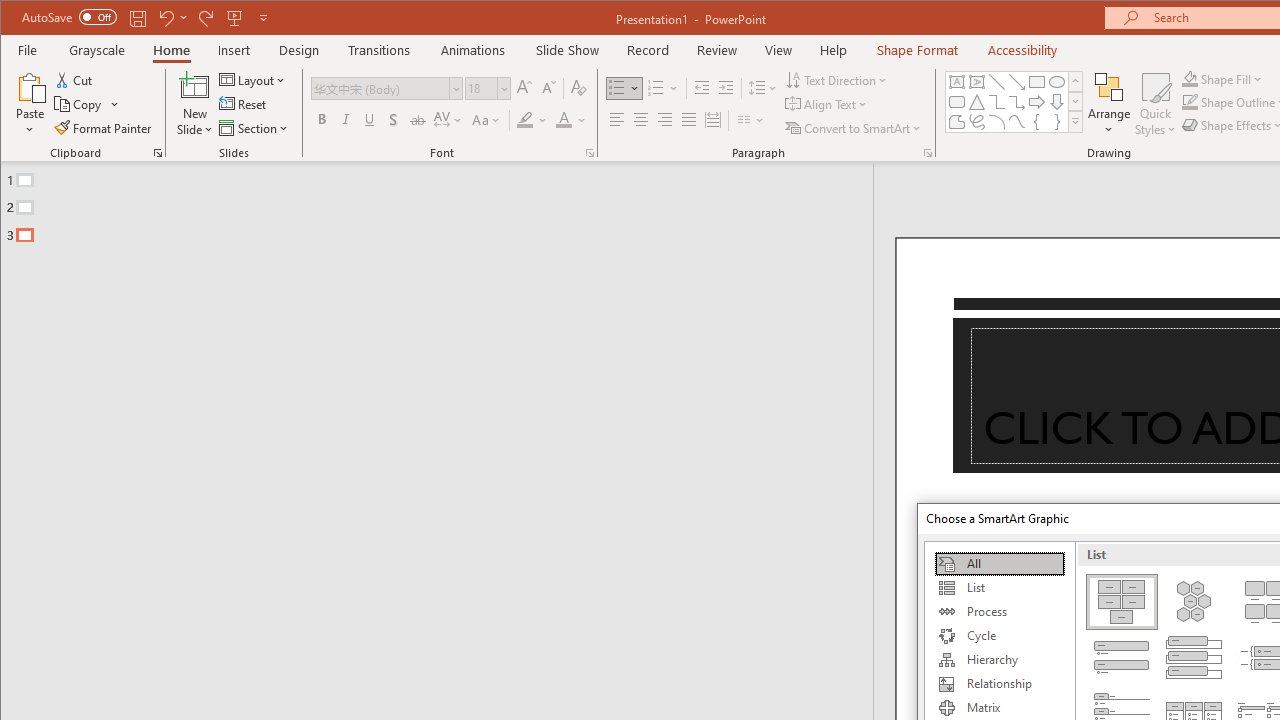  What do you see at coordinates (1189, 102) in the screenshot?
I see `'Shape Outline Blue, Accent 1'` at bounding box center [1189, 102].